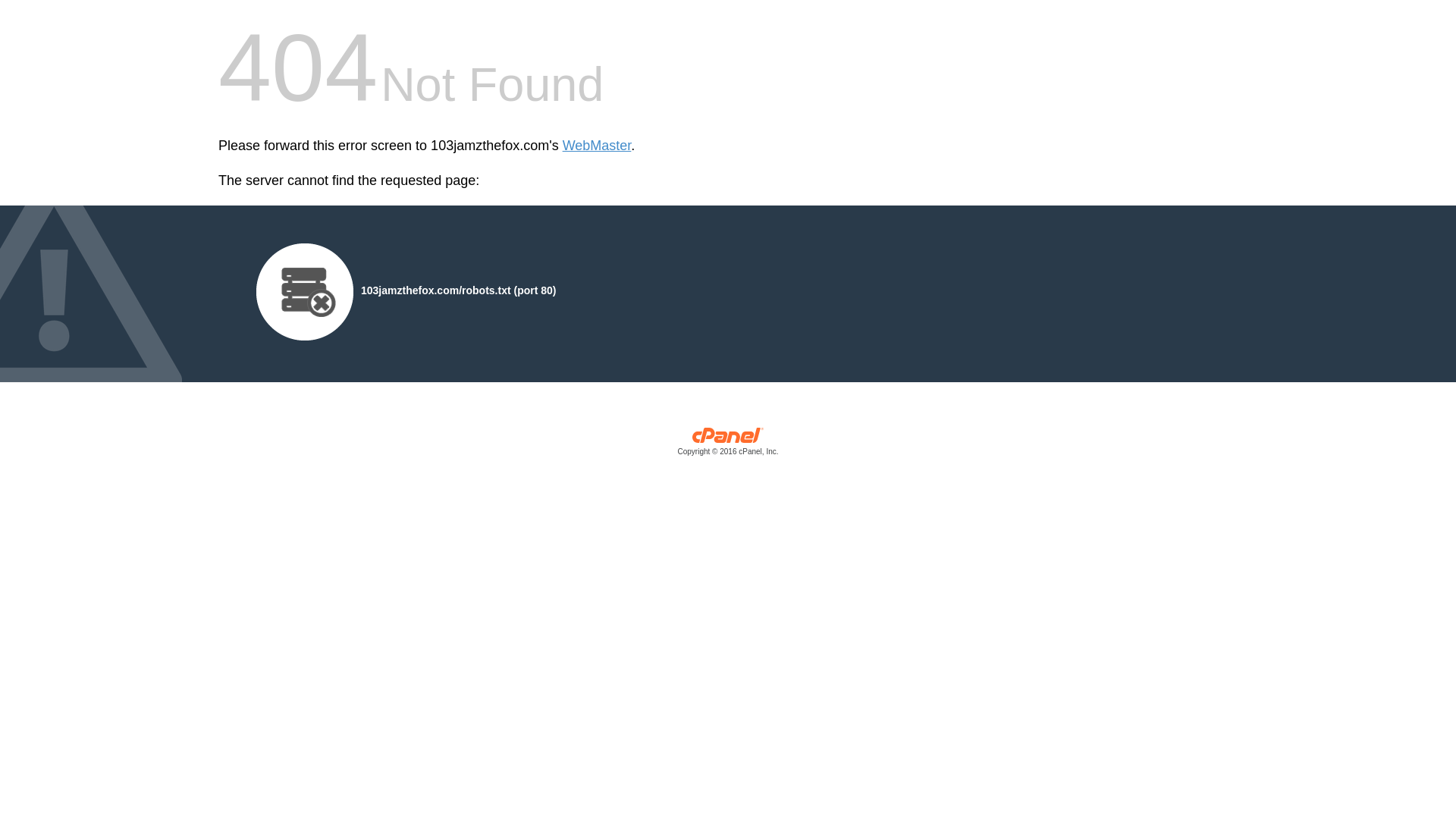 This screenshot has height=819, width=1456. What do you see at coordinates (596, 146) in the screenshot?
I see `'WebMaster'` at bounding box center [596, 146].